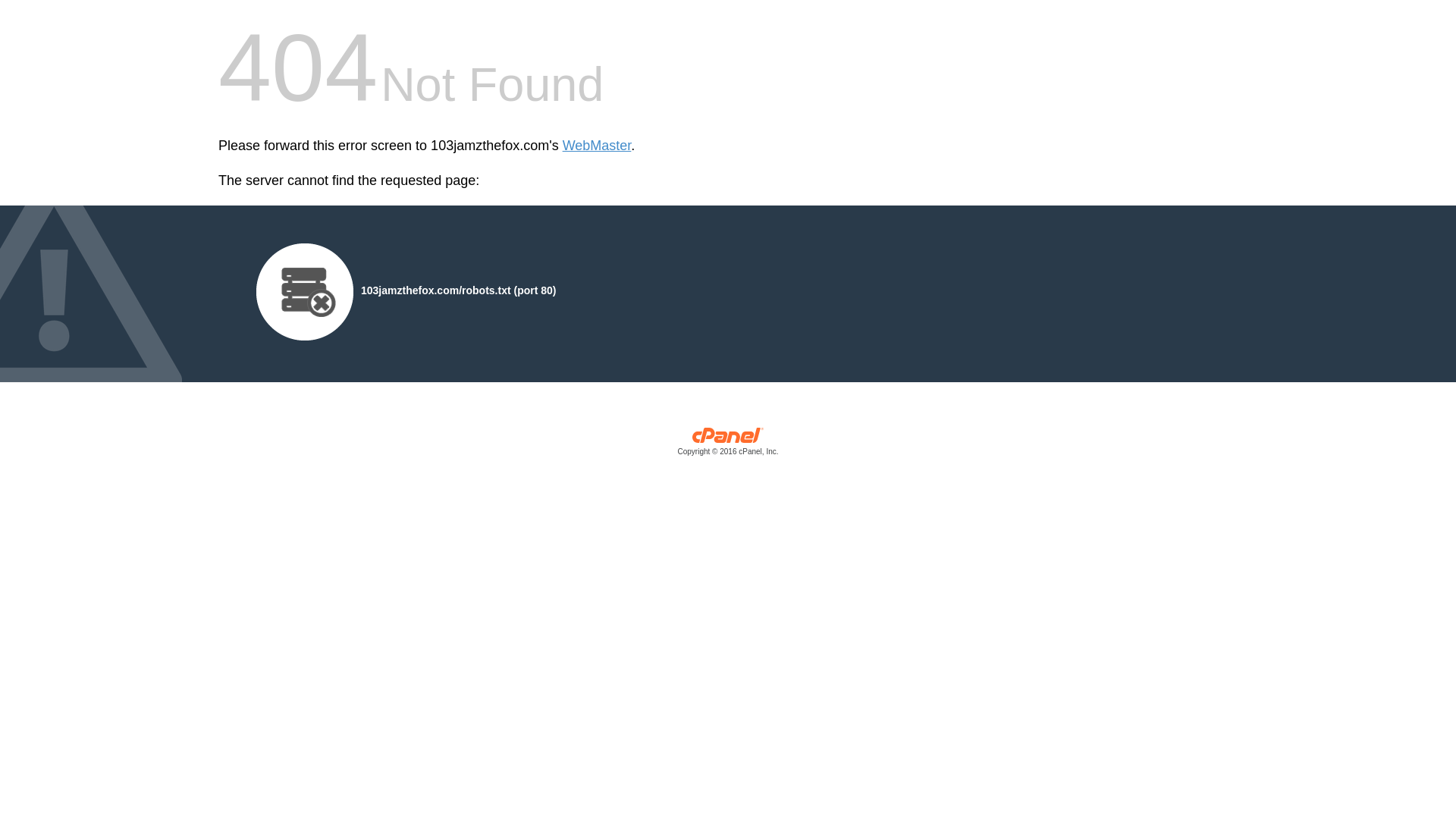 This screenshot has height=819, width=1456. What do you see at coordinates (596, 146) in the screenshot?
I see `'WebMaster'` at bounding box center [596, 146].